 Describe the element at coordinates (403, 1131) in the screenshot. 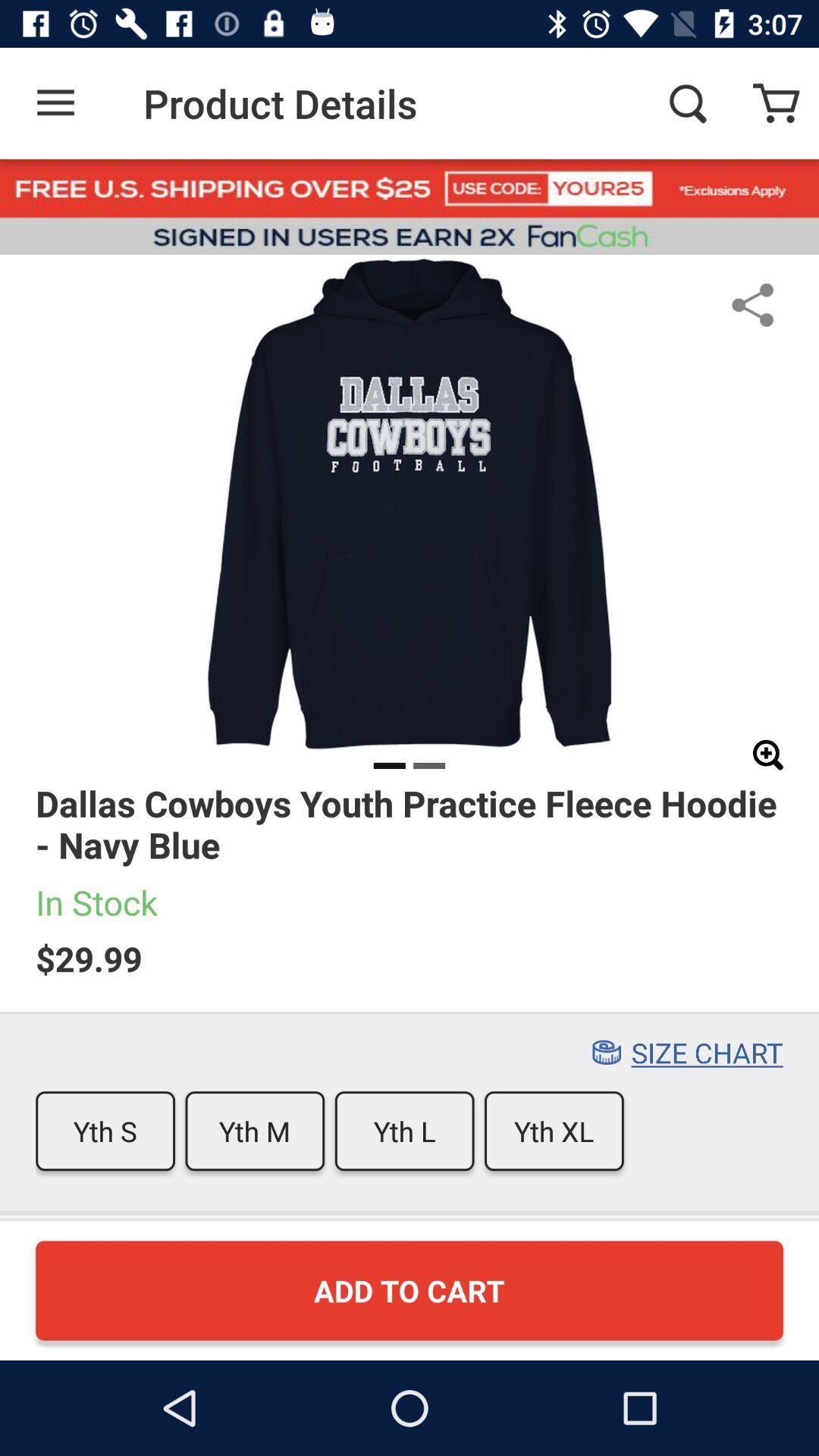

I see `the icon to the right of the yth m icon` at that location.